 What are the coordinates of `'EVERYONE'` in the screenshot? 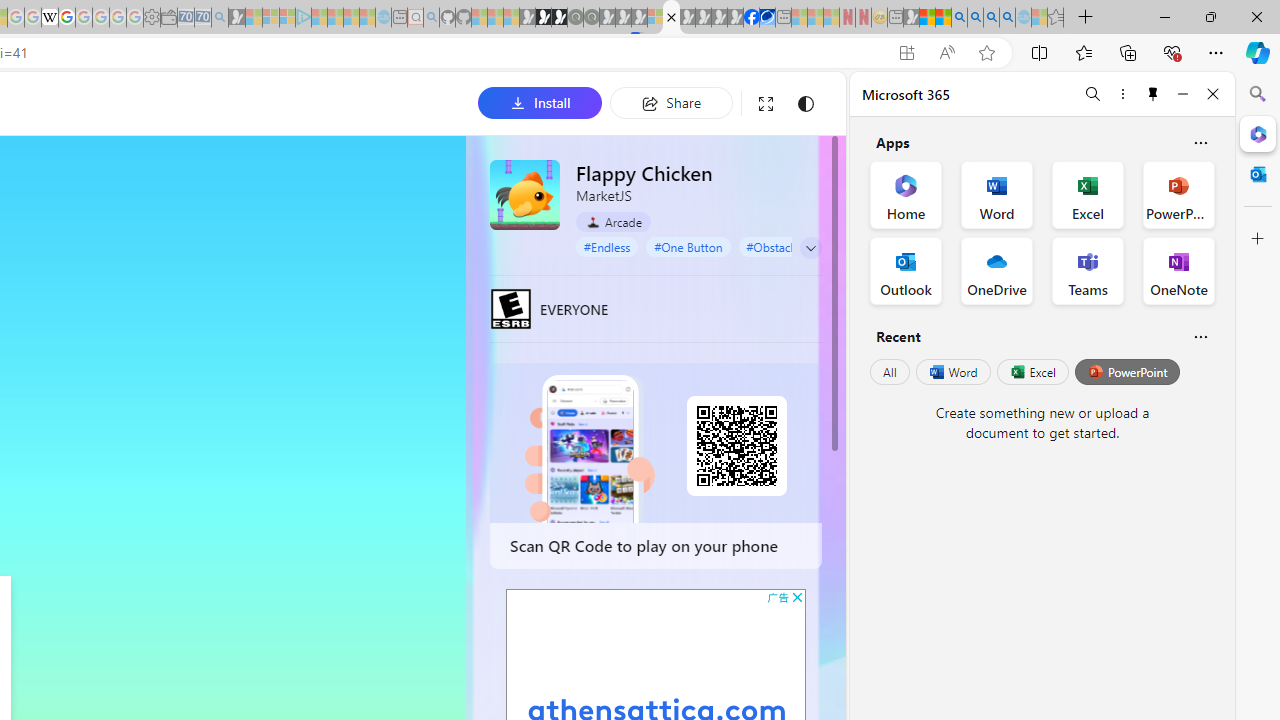 It's located at (511, 308).